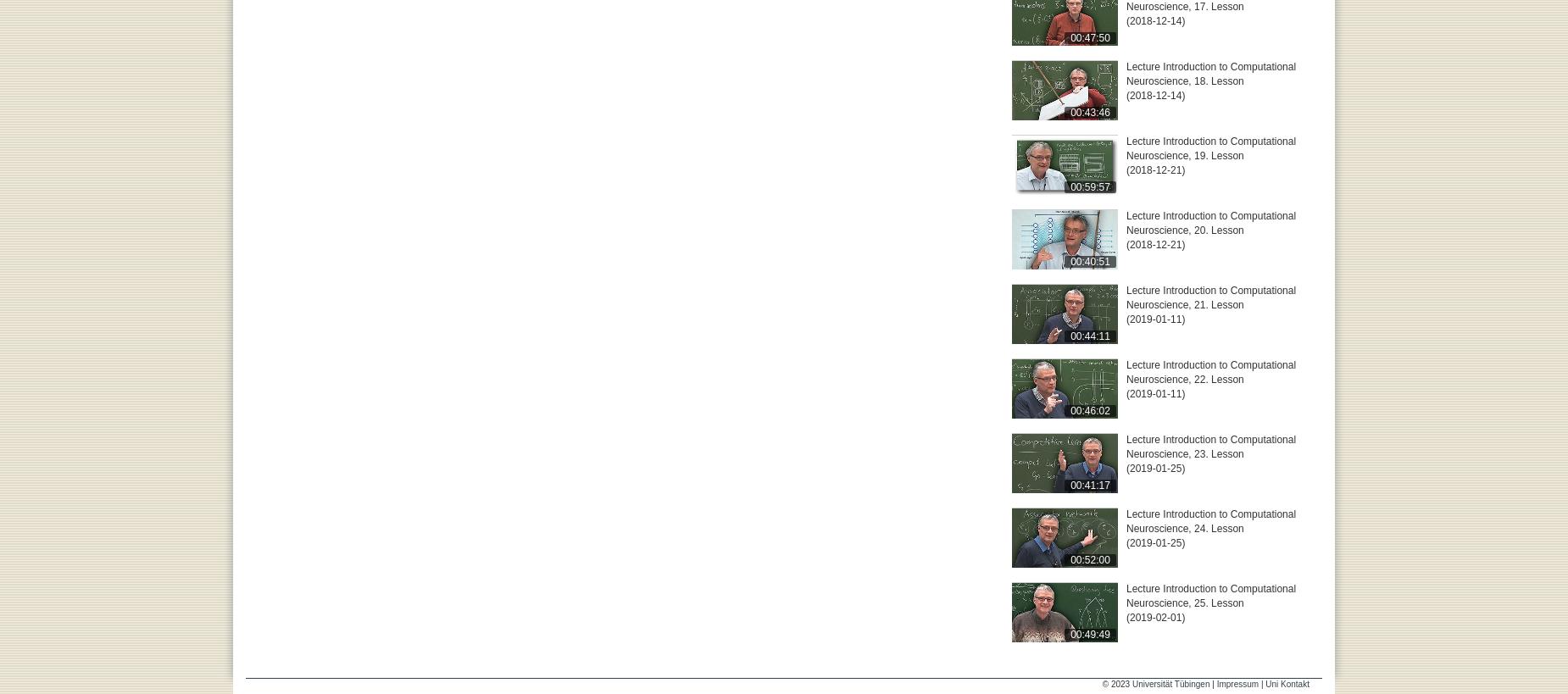  What do you see at coordinates (1088, 186) in the screenshot?
I see `'00:59:57'` at bounding box center [1088, 186].